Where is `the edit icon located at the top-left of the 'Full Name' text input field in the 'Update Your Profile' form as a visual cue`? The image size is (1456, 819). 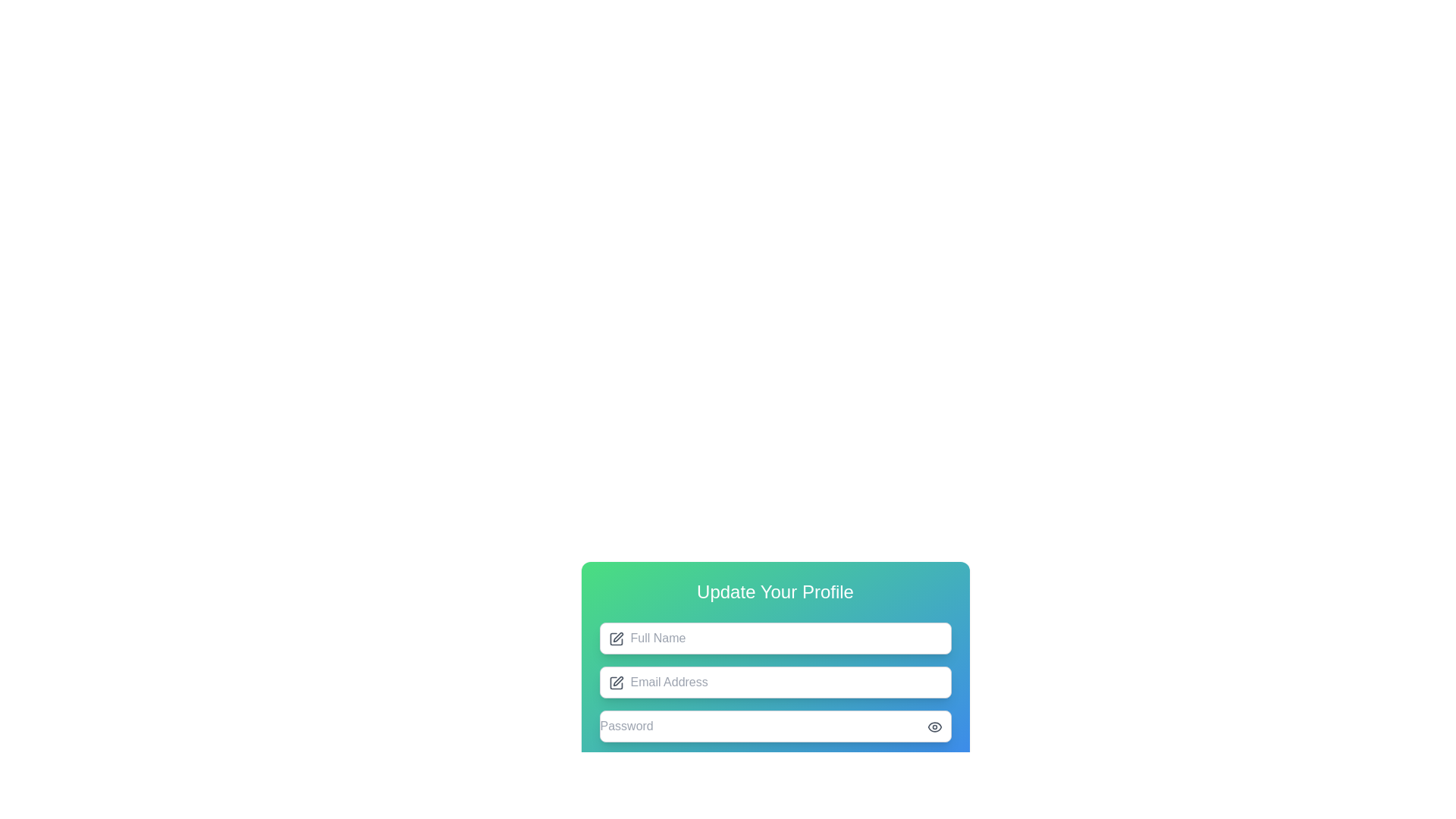
the edit icon located at the top-left of the 'Full Name' text input field in the 'Update Your Profile' form as a visual cue is located at coordinates (616, 639).